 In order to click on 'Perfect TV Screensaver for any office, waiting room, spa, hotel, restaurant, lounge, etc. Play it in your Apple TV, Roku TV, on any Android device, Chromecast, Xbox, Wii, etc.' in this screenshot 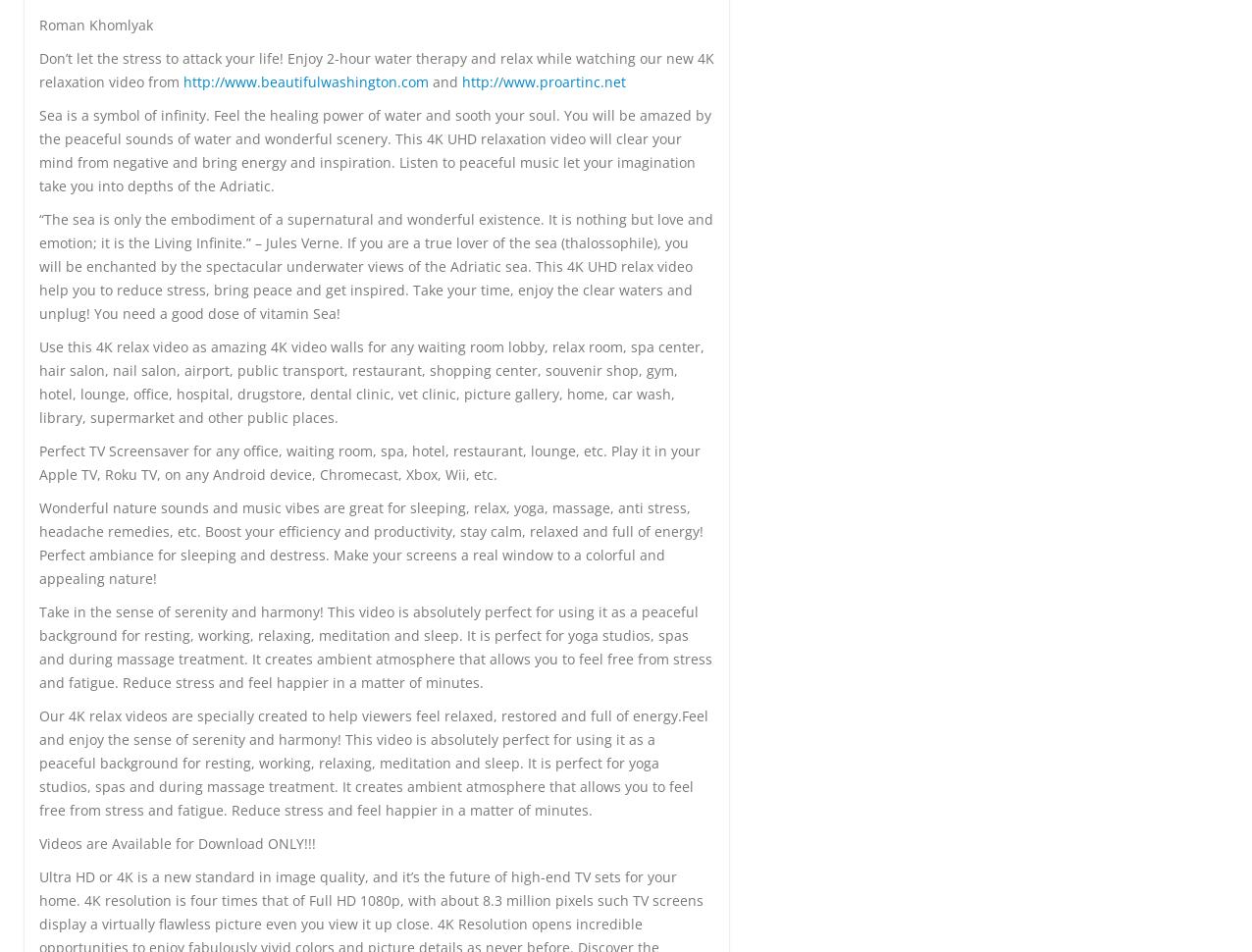, I will do `click(369, 460)`.